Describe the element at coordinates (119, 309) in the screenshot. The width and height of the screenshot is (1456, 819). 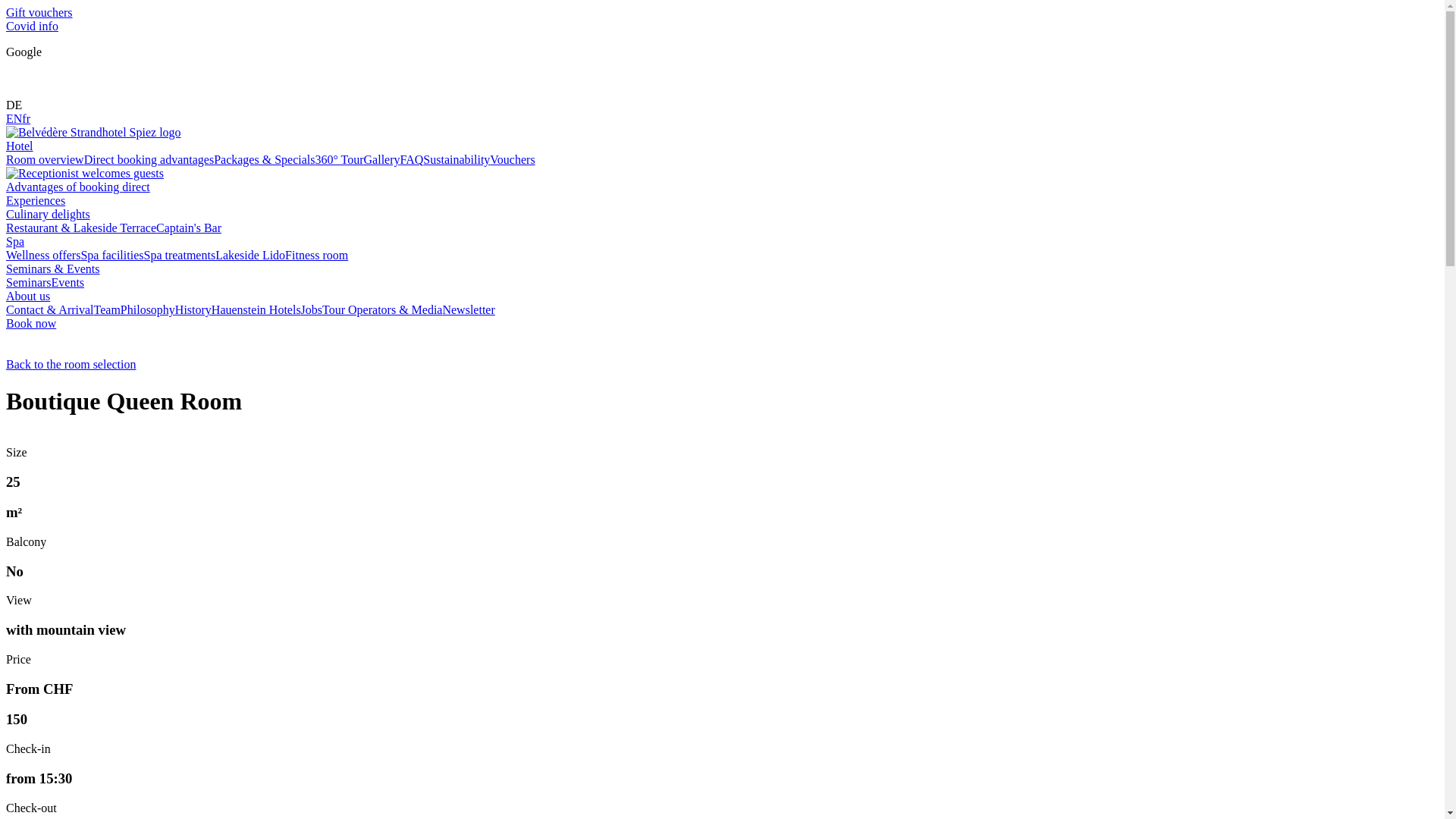
I see `'Philosophy'` at that location.